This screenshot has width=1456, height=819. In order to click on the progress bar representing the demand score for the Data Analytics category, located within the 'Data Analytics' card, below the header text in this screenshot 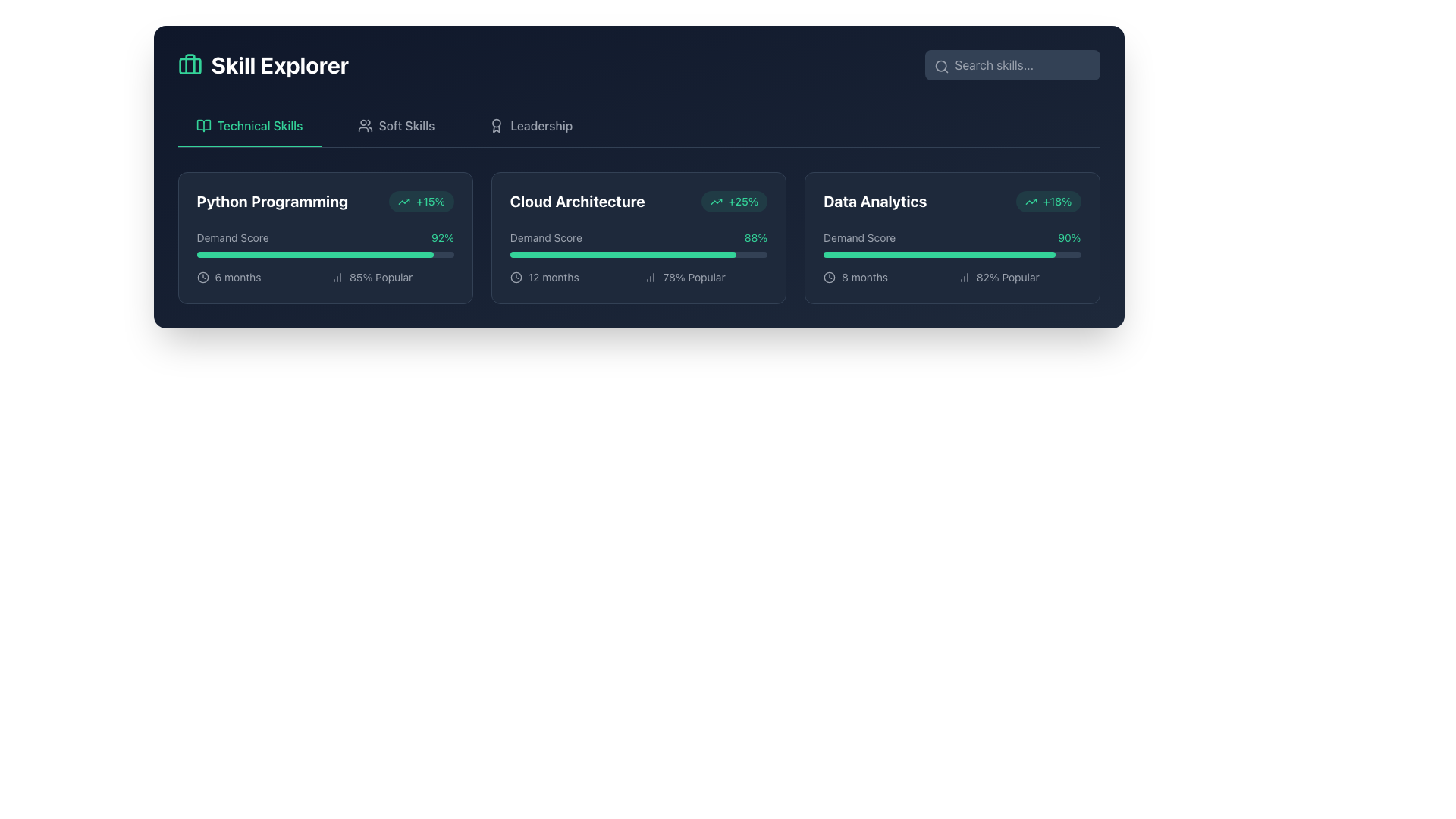, I will do `click(951, 243)`.